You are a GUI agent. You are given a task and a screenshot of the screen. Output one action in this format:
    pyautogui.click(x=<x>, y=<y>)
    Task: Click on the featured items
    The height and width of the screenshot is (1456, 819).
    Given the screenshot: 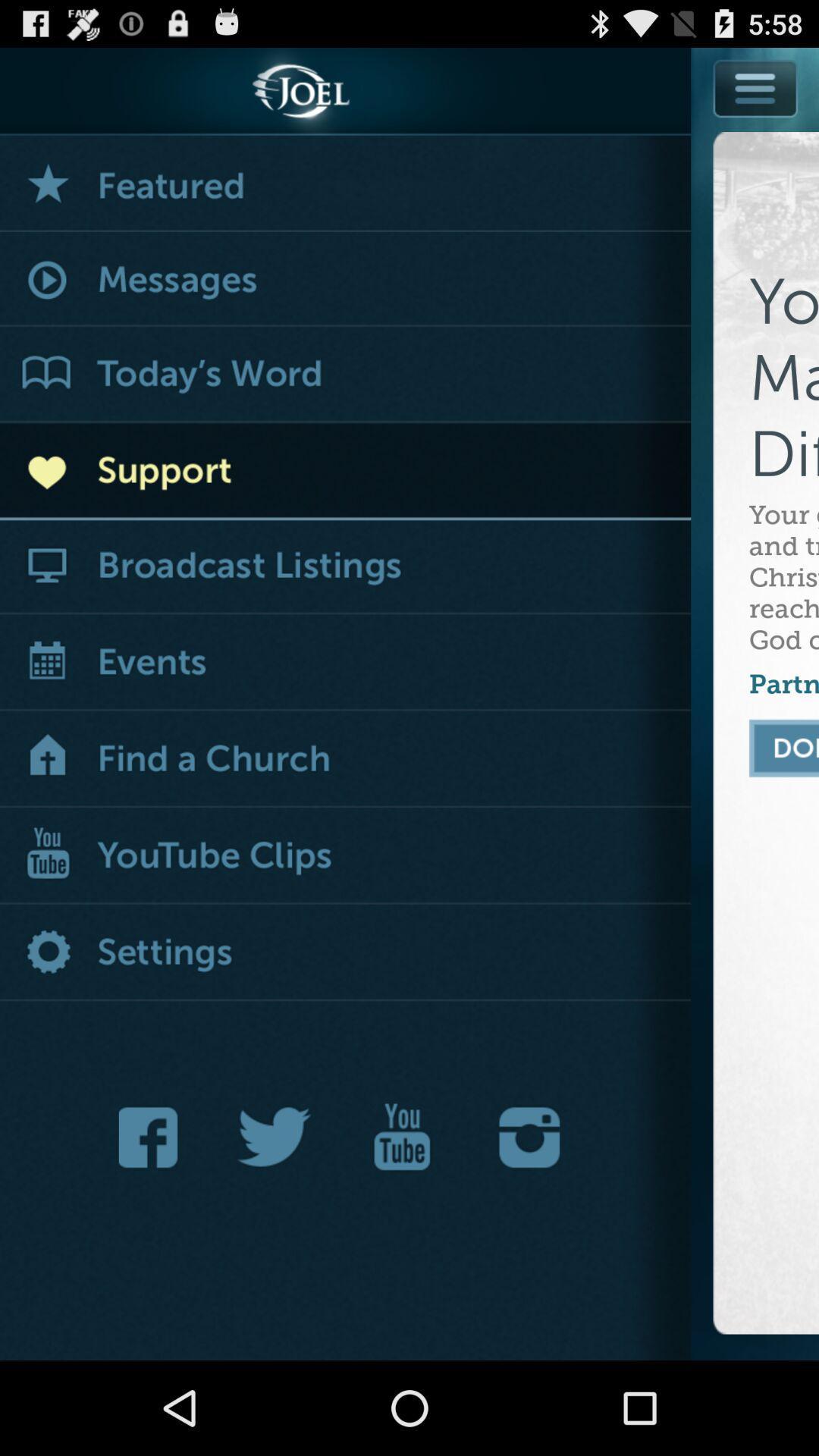 What is the action you would take?
    pyautogui.click(x=345, y=183)
    